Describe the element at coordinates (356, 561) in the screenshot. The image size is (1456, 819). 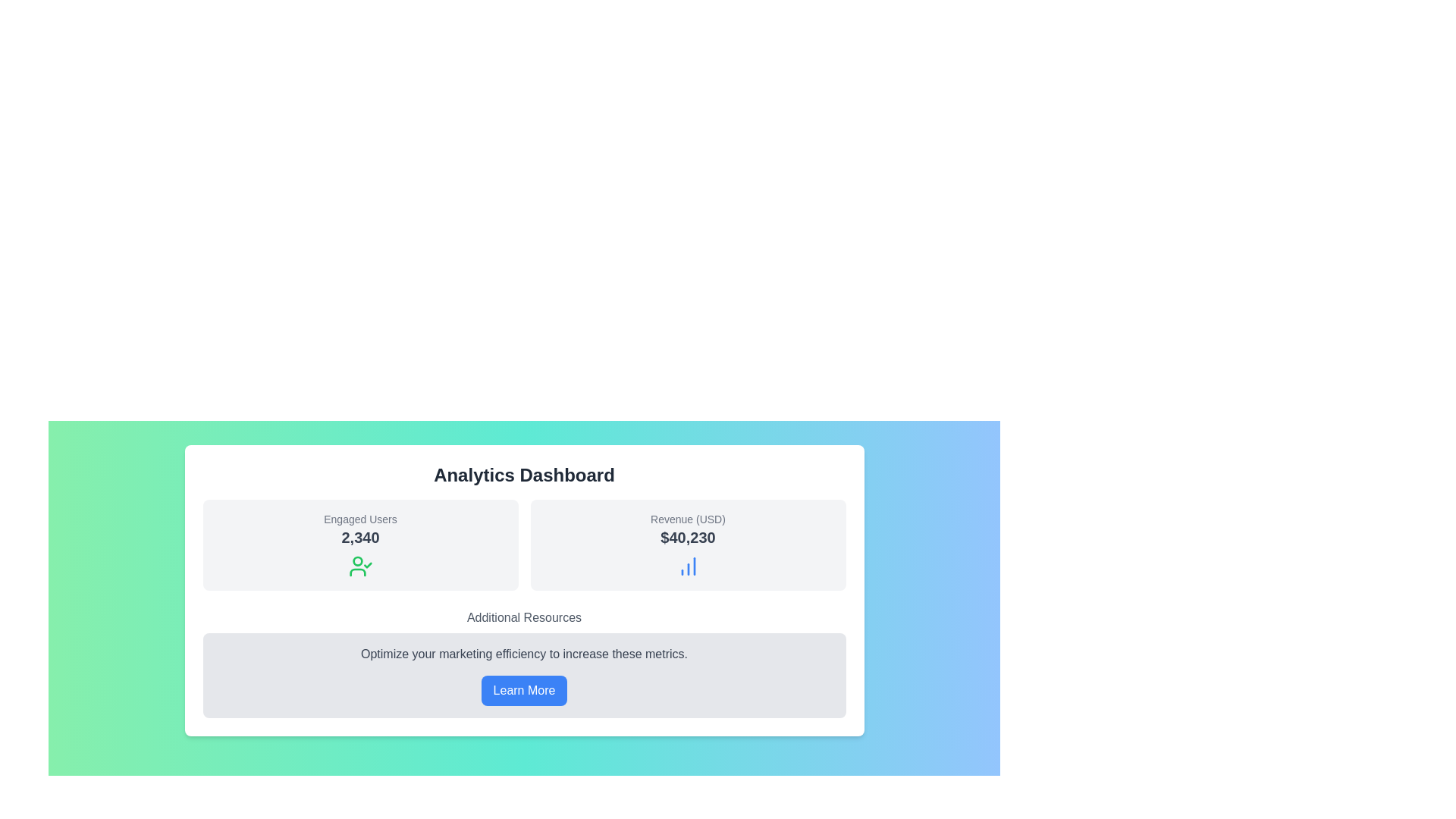
I see `small circular SVG element located above the text 'Engaged Users' within the leftmost card displaying '2,340' in the dashboard layout` at that location.